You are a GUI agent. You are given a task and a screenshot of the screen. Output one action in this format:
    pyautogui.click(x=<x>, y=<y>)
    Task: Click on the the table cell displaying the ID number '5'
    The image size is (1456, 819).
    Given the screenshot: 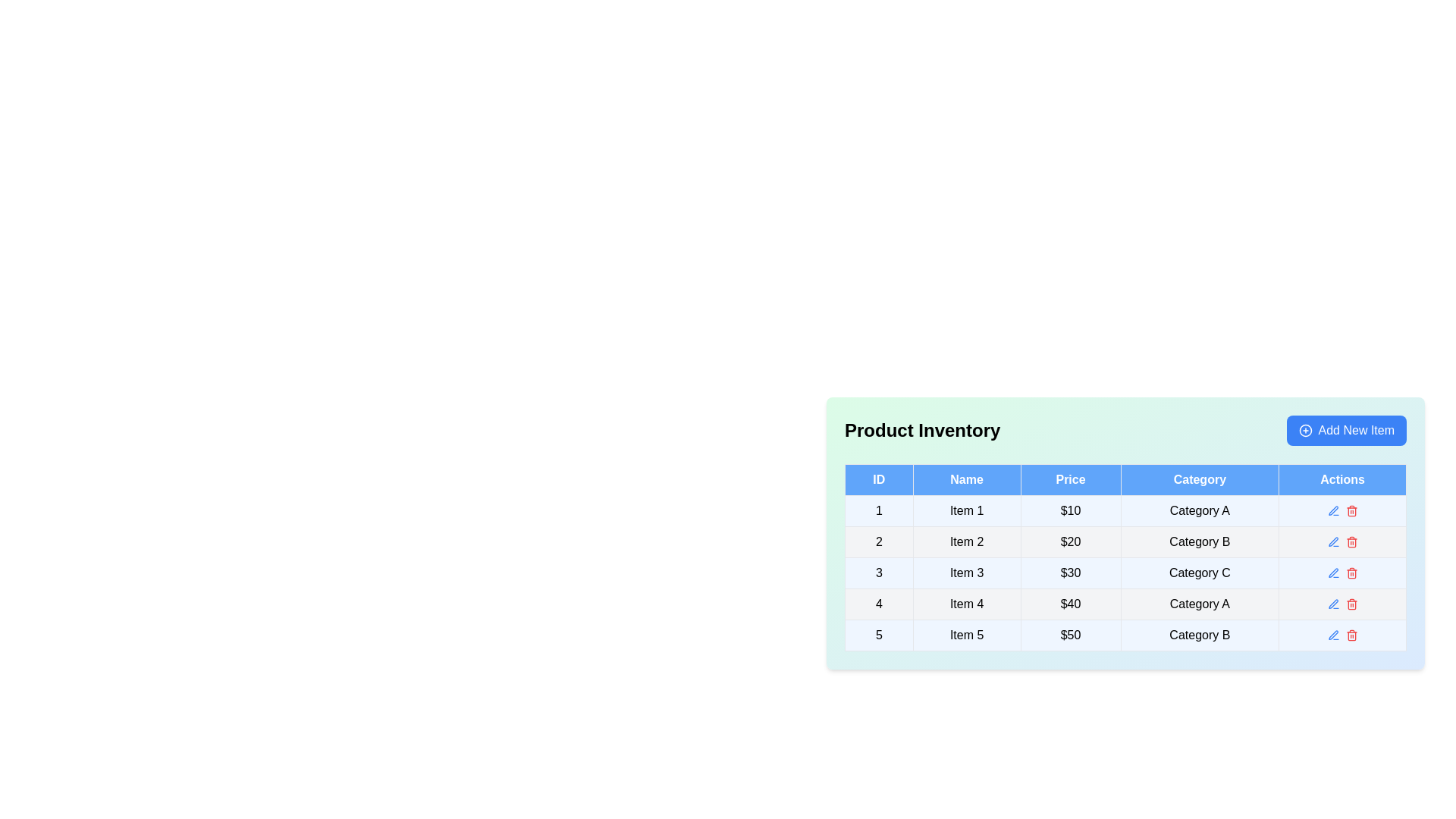 What is the action you would take?
    pyautogui.click(x=879, y=635)
    